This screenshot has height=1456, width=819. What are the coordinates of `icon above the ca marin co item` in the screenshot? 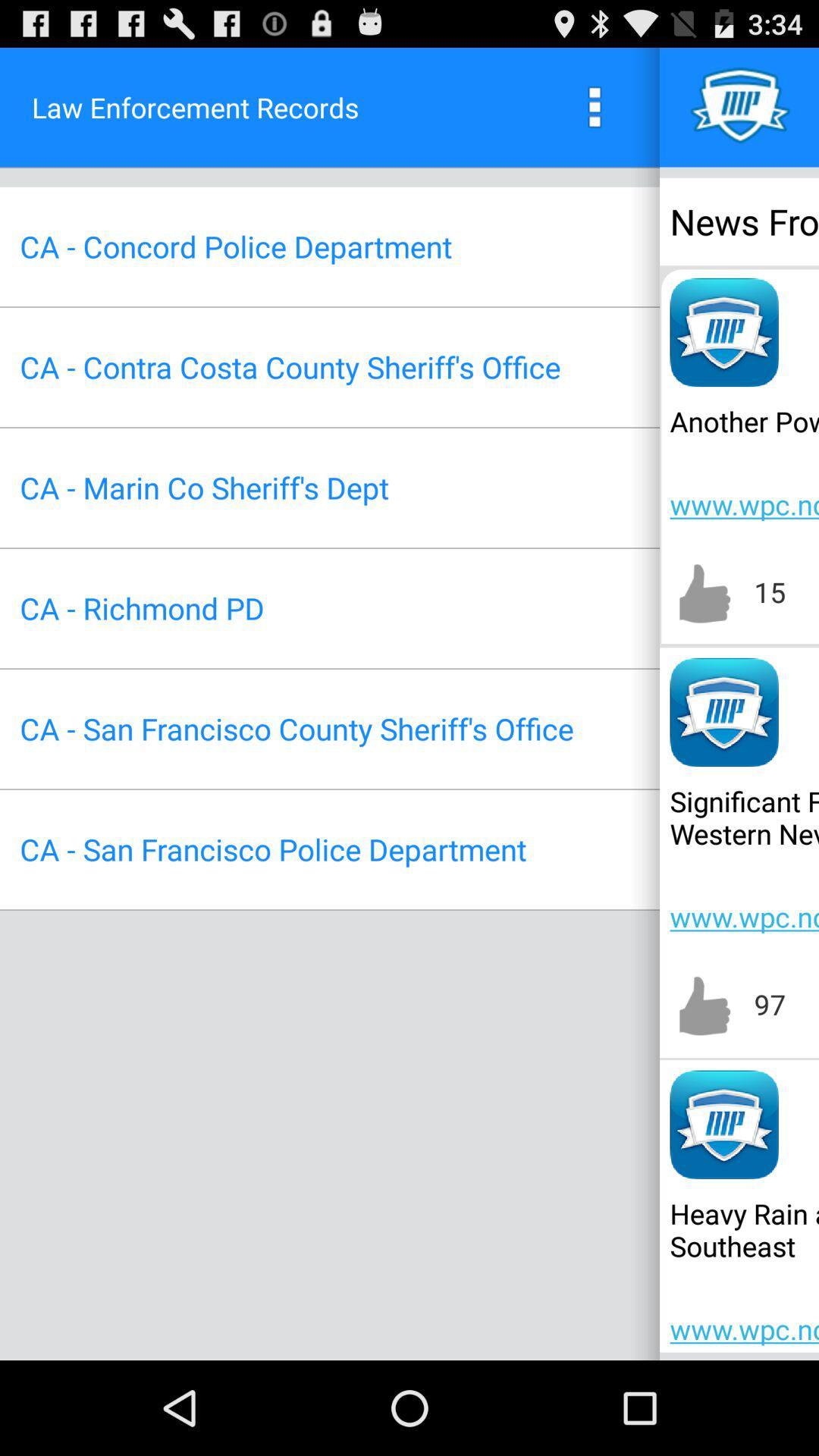 It's located at (290, 367).